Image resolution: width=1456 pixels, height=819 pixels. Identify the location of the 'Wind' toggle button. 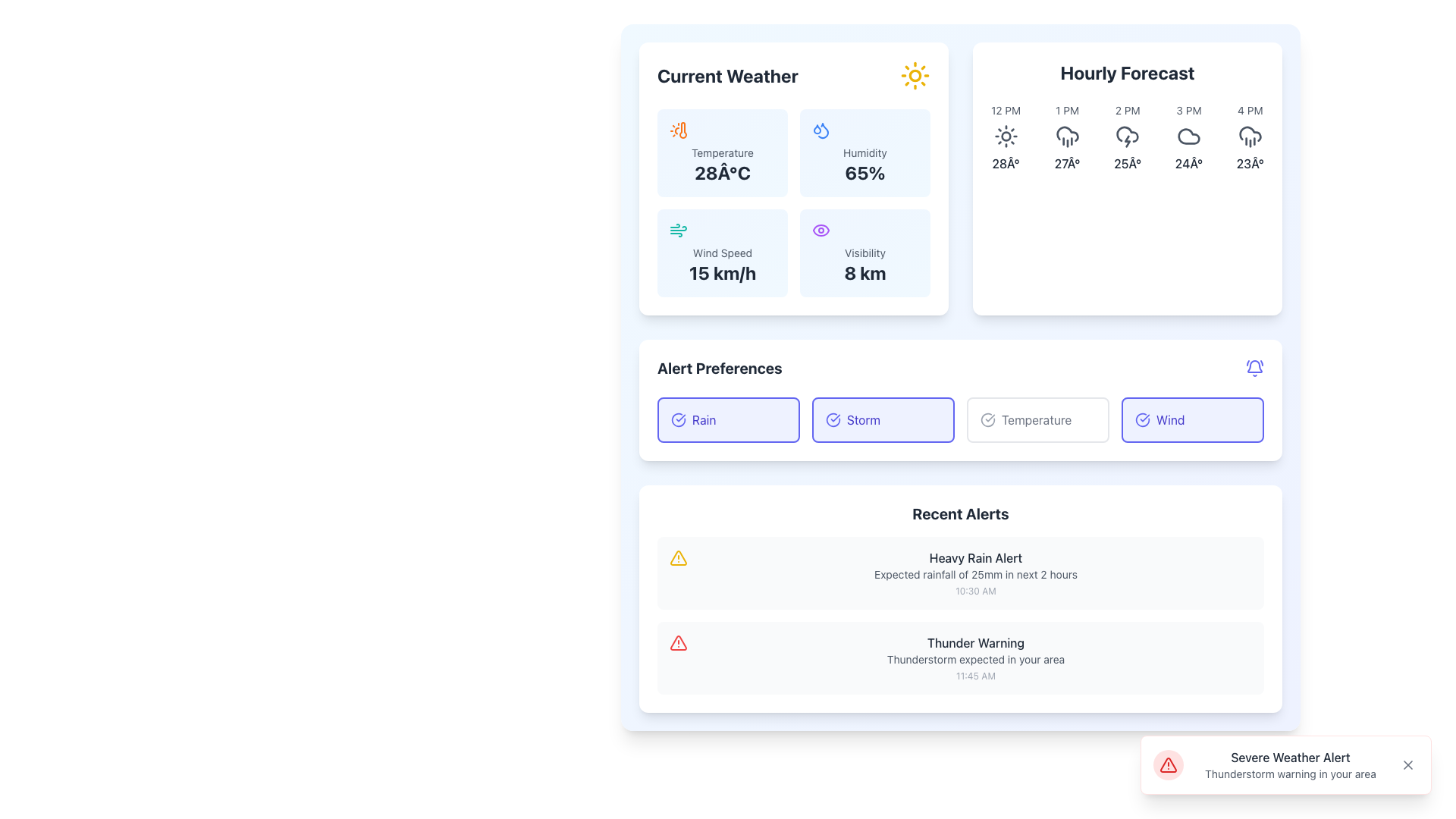
(1192, 420).